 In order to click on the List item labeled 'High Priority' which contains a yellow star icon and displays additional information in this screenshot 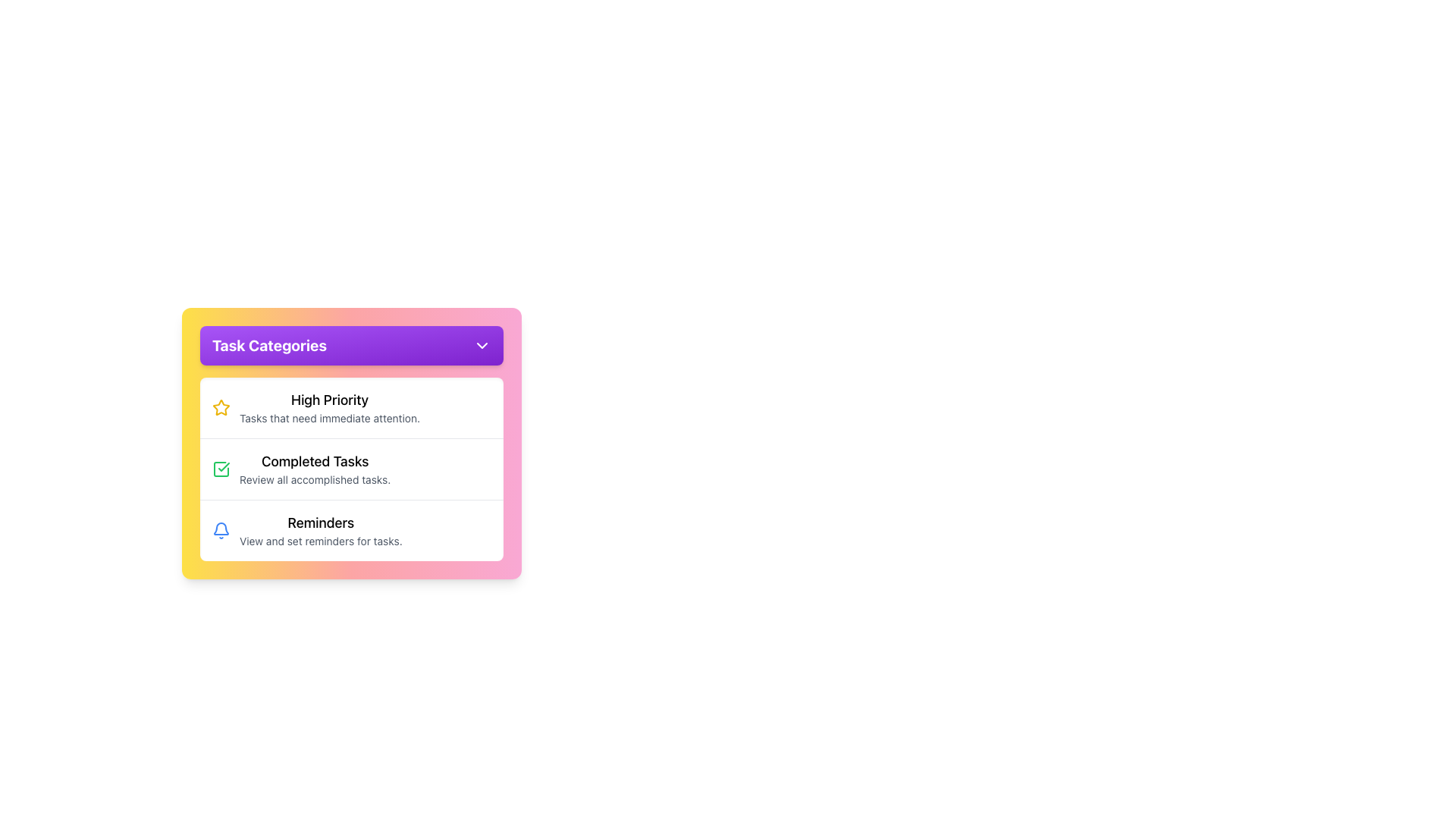, I will do `click(351, 406)`.